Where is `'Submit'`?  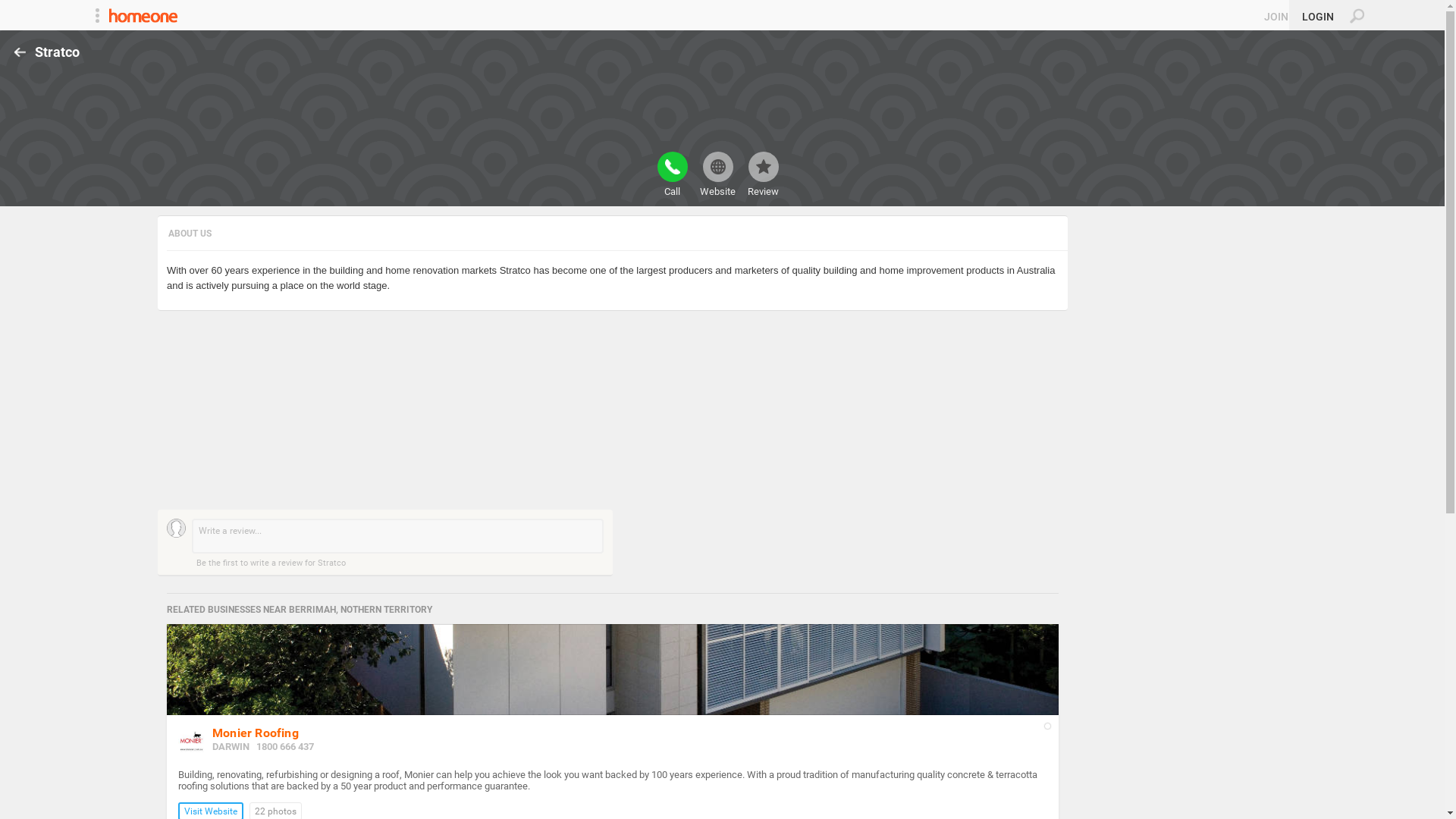
'Submit' is located at coordinates (18, 8).